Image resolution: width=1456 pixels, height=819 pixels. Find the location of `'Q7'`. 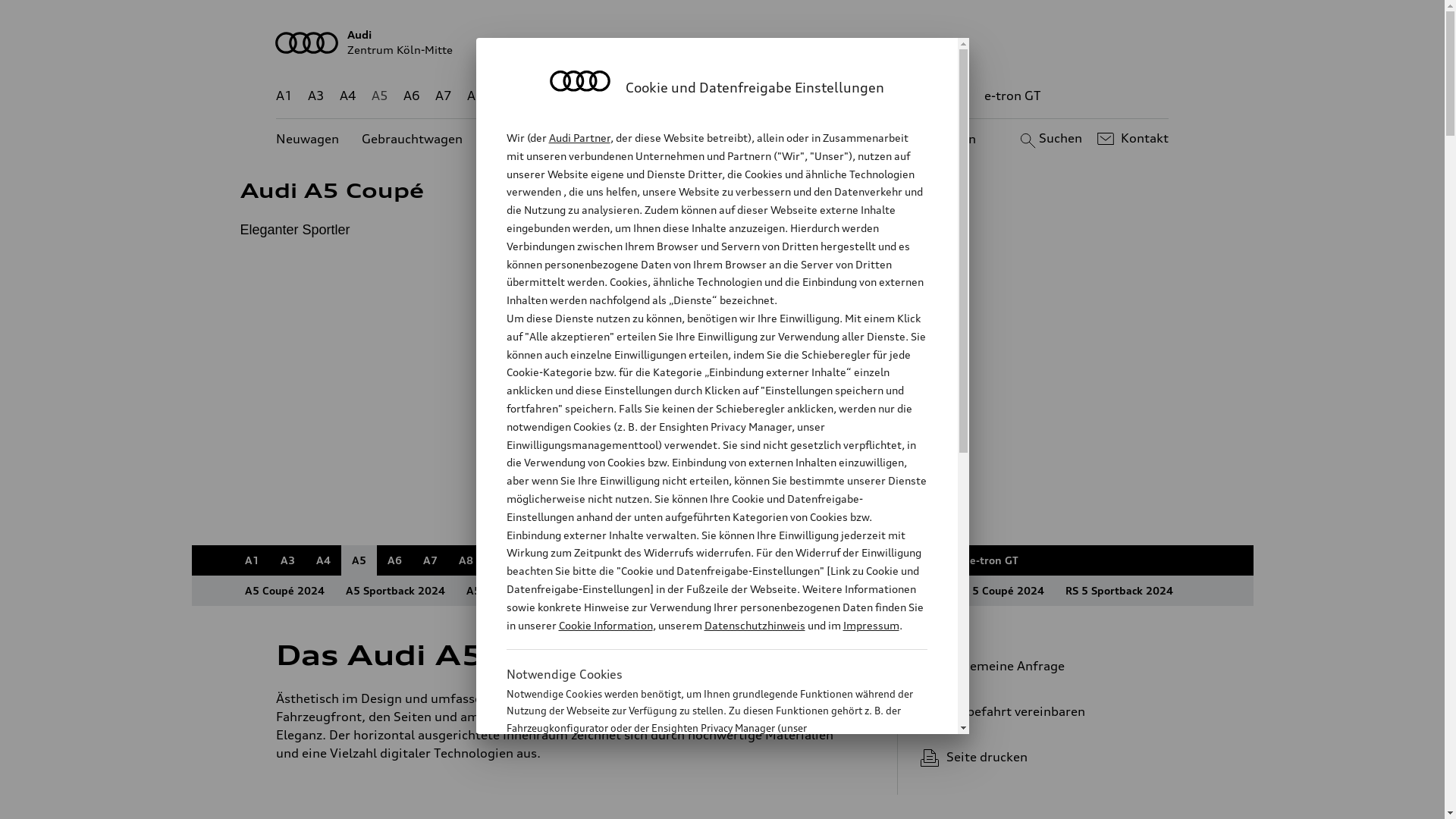

'Q7' is located at coordinates (677, 96).